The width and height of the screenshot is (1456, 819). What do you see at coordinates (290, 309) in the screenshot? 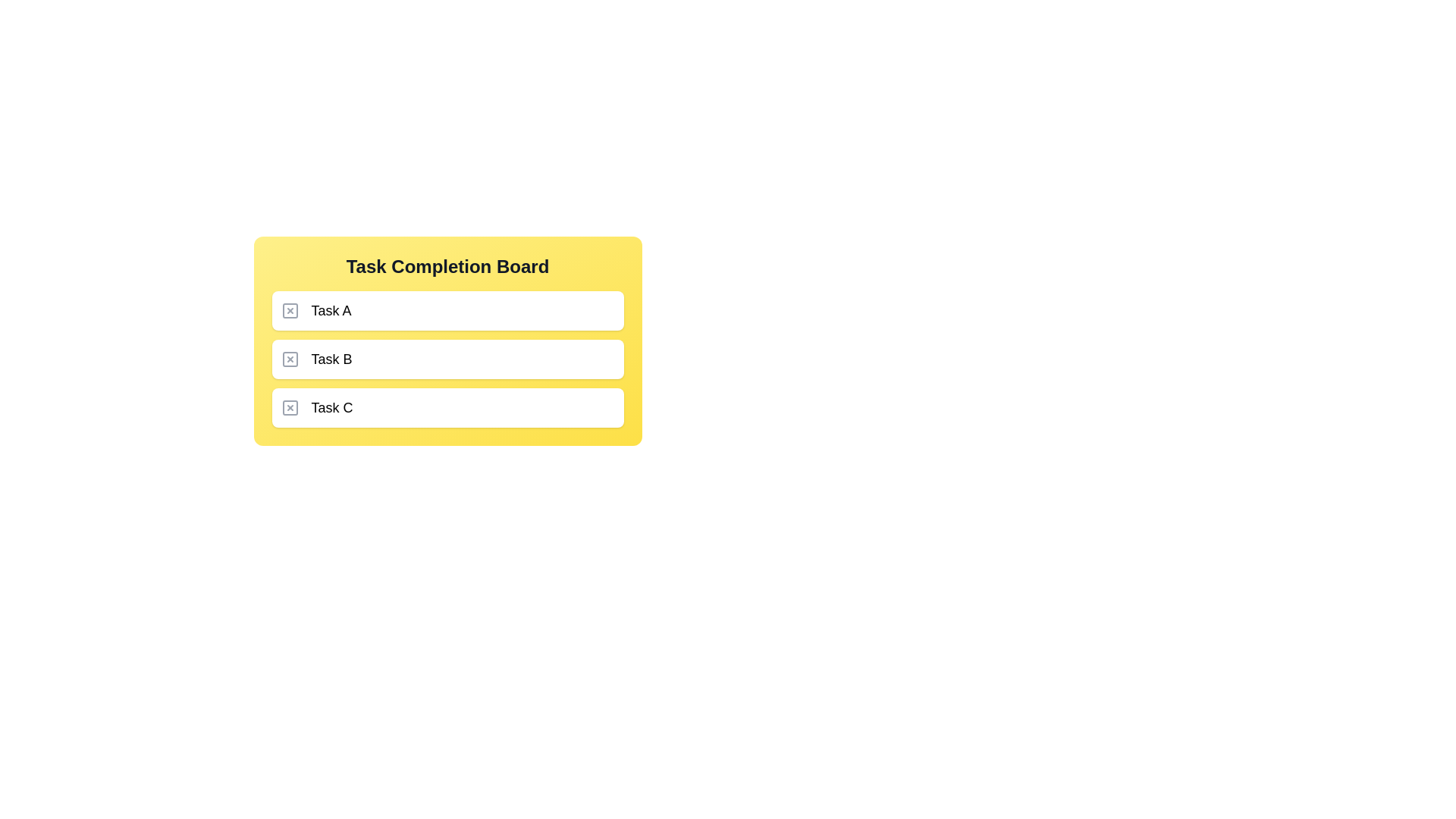
I see `the interactive icon with a red border that is located` at bounding box center [290, 309].